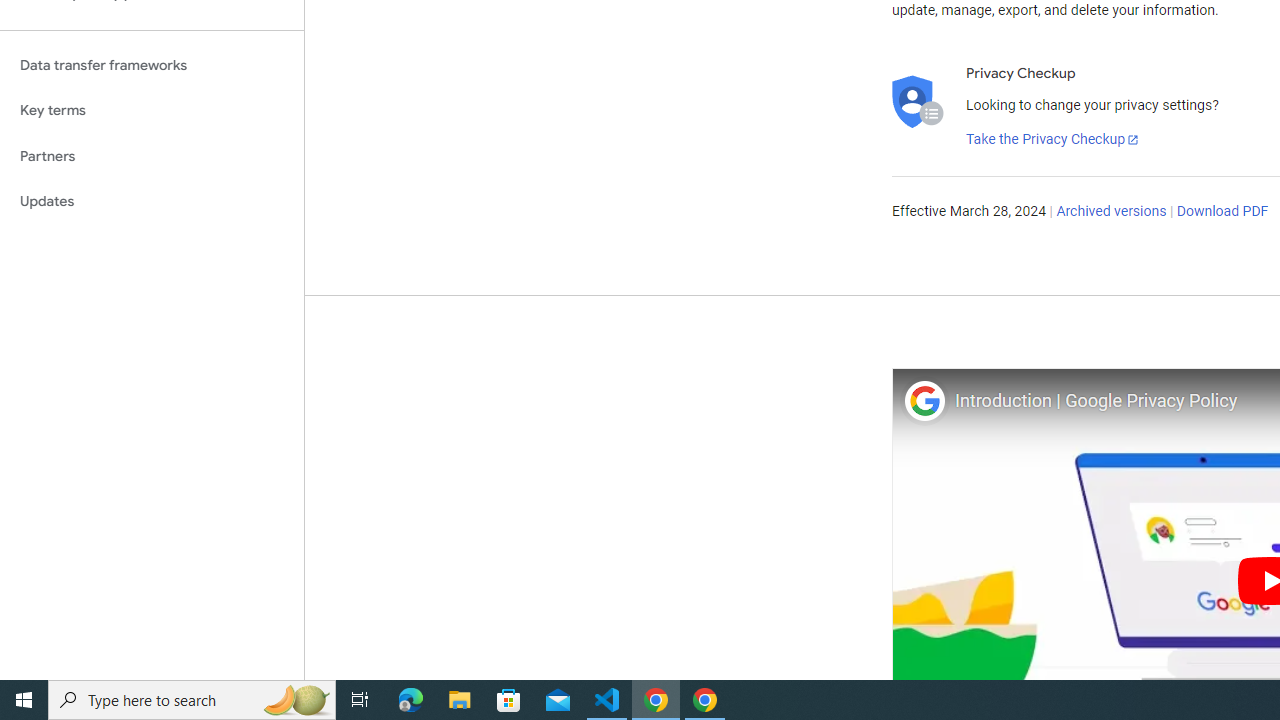 This screenshot has height=720, width=1280. What do you see at coordinates (151, 110) in the screenshot?
I see `'Key terms'` at bounding box center [151, 110].